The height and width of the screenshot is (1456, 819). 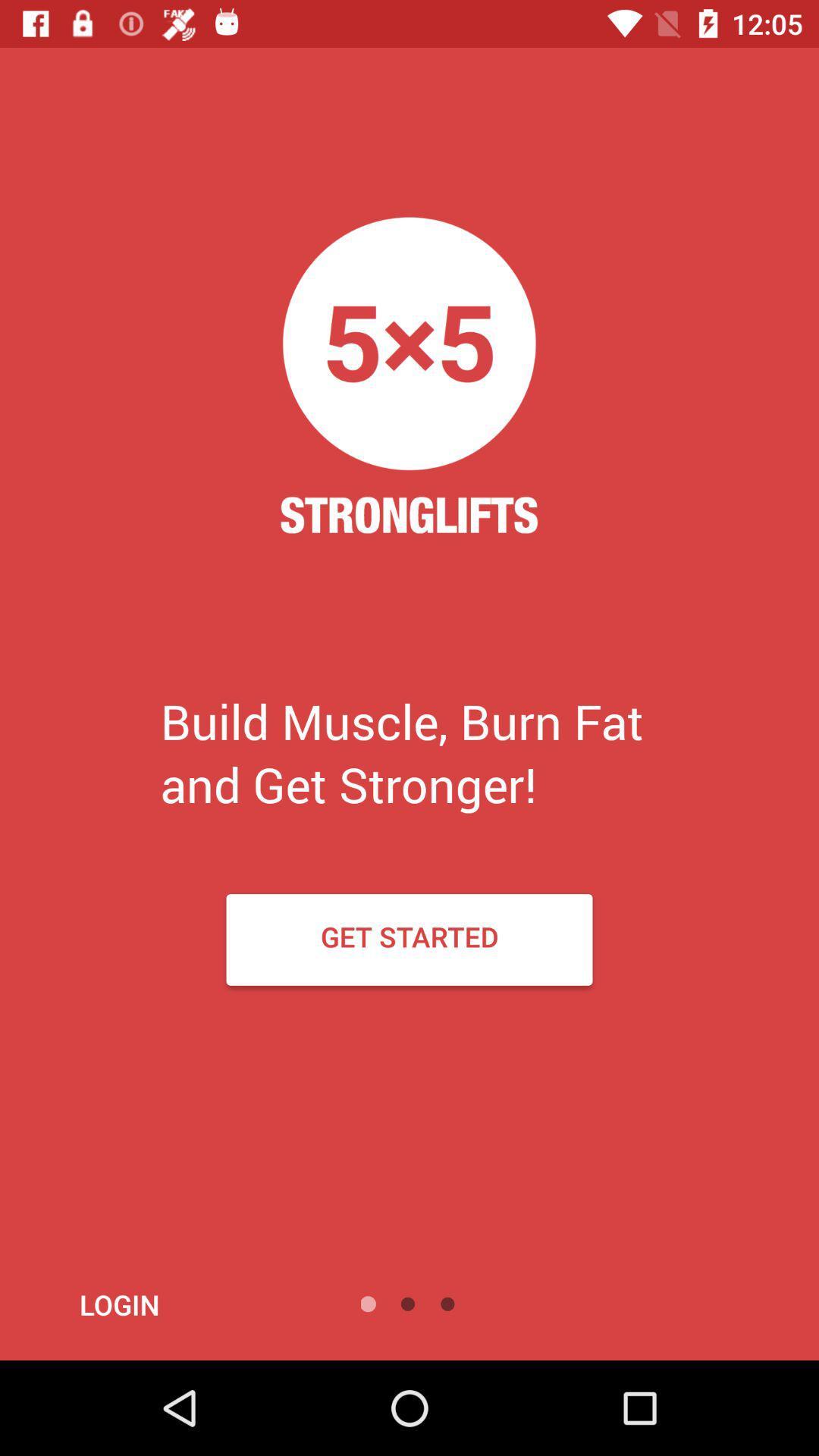 I want to click on get started item, so click(x=409, y=939).